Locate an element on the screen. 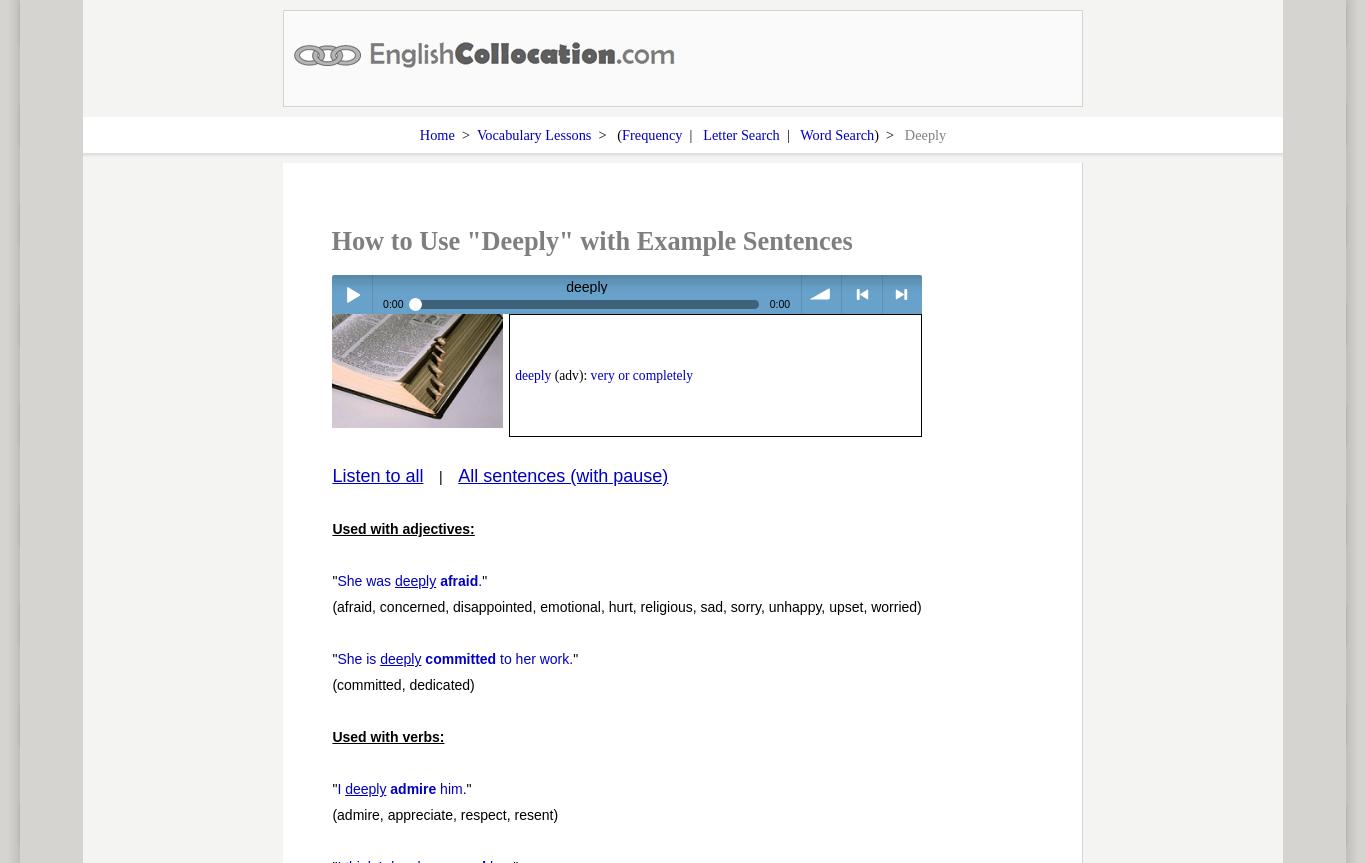  'She was' is located at coordinates (336, 580).